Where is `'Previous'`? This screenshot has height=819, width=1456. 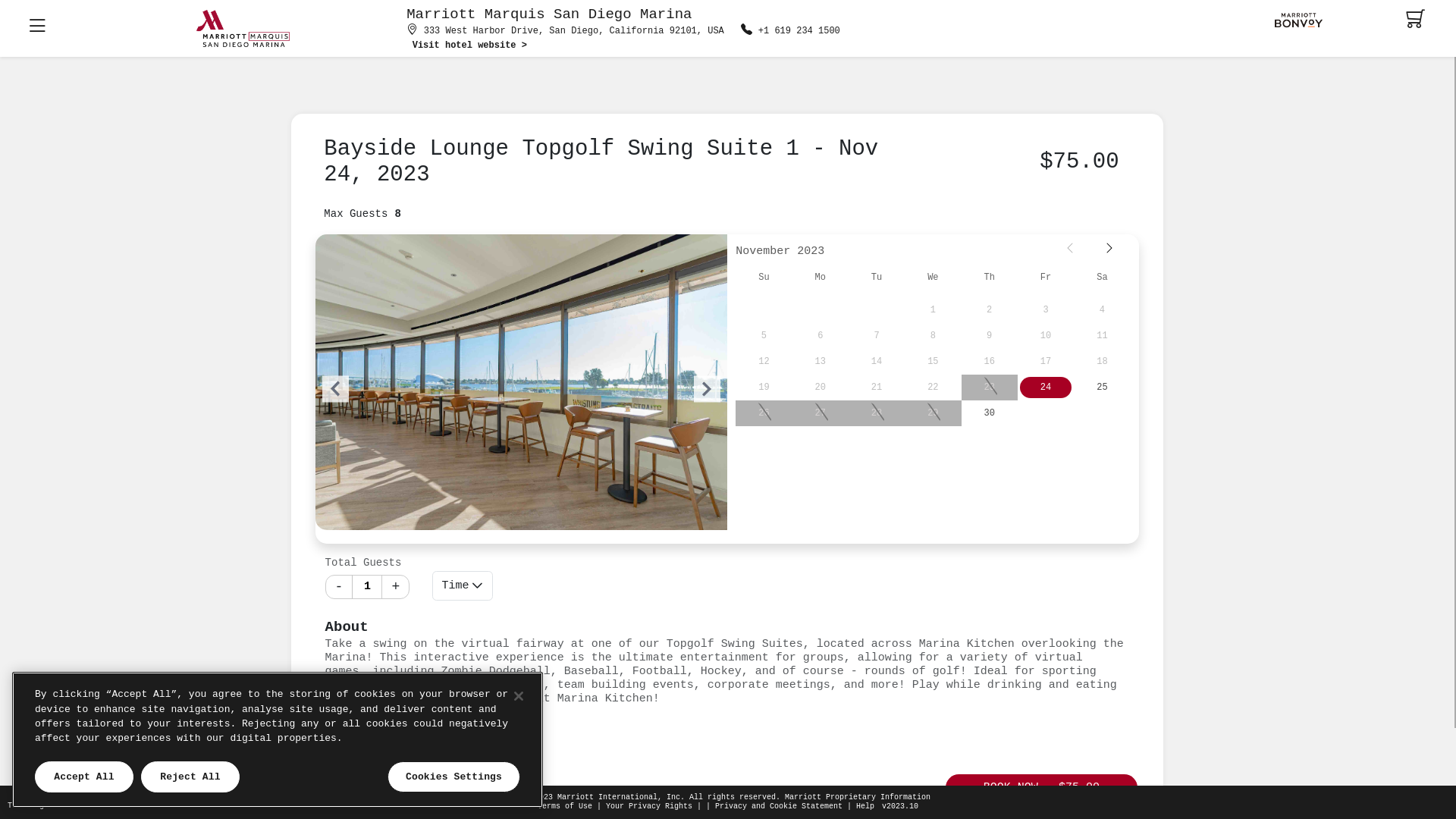
'Previous' is located at coordinates (322, 388).